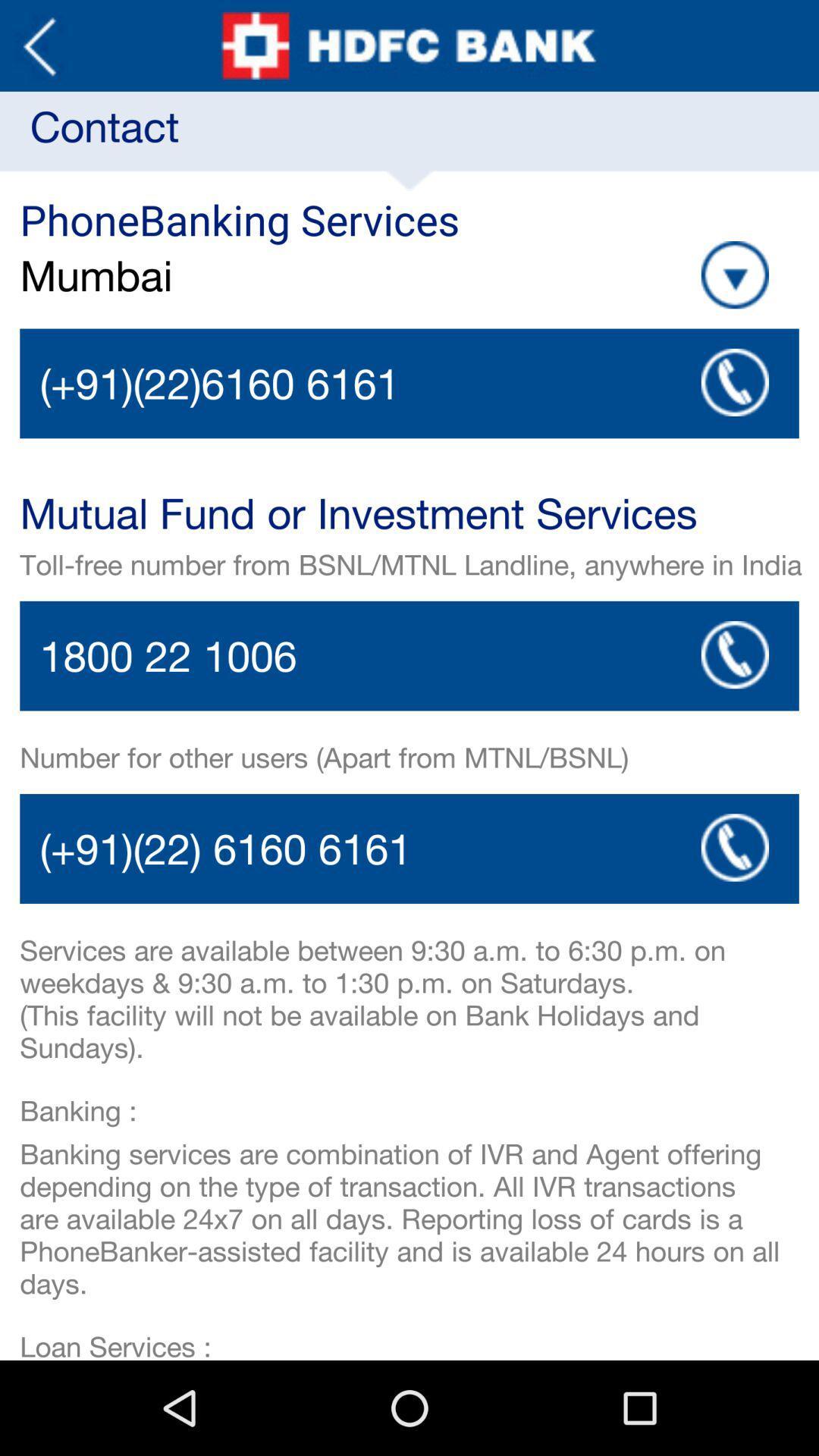 The width and height of the screenshot is (819, 1456). Describe the element at coordinates (39, 49) in the screenshot. I see `the arrow_backward icon` at that location.